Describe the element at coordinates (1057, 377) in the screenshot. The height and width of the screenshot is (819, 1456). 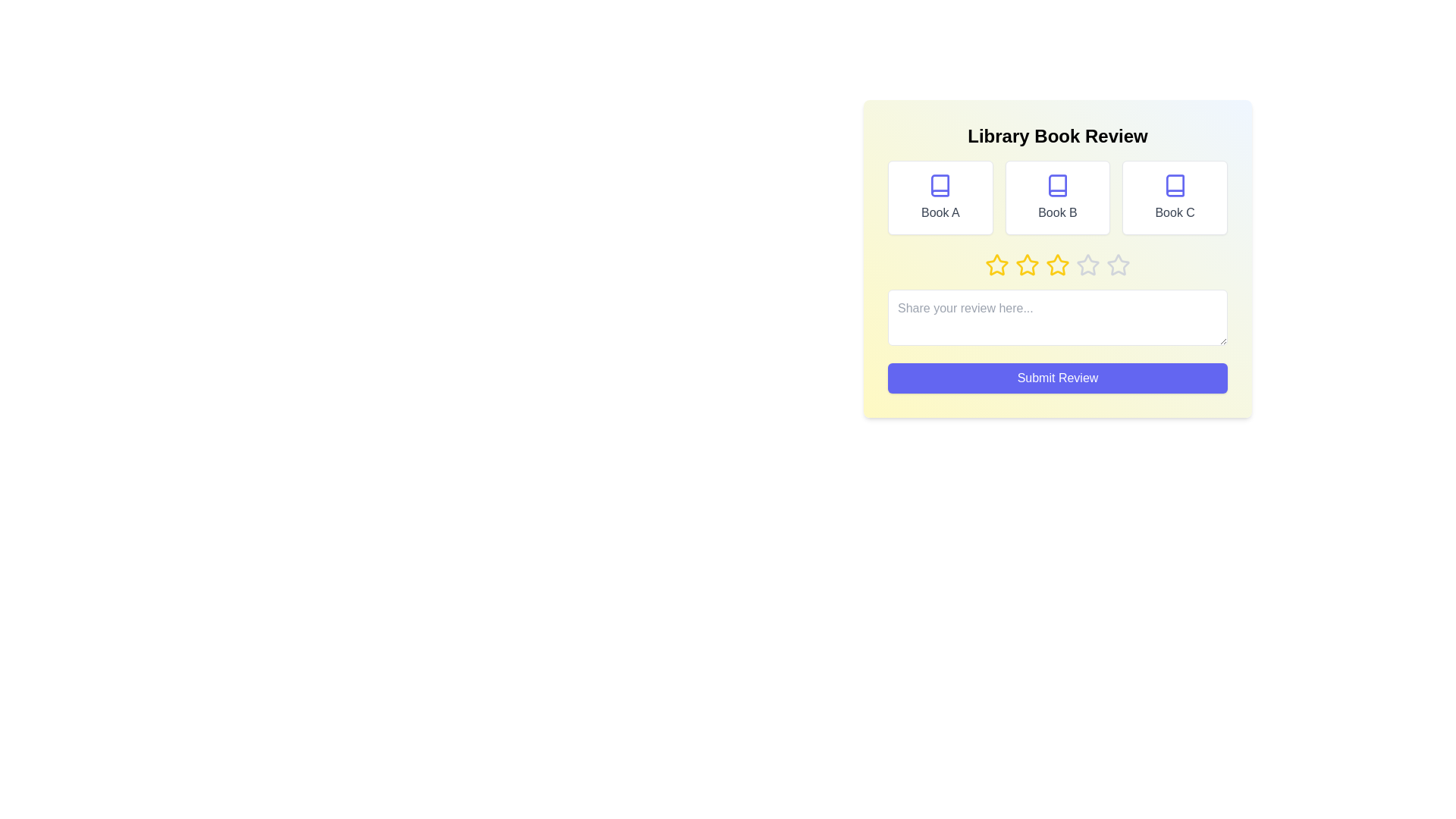
I see `the 'Submit Review' button to submit the review` at that location.